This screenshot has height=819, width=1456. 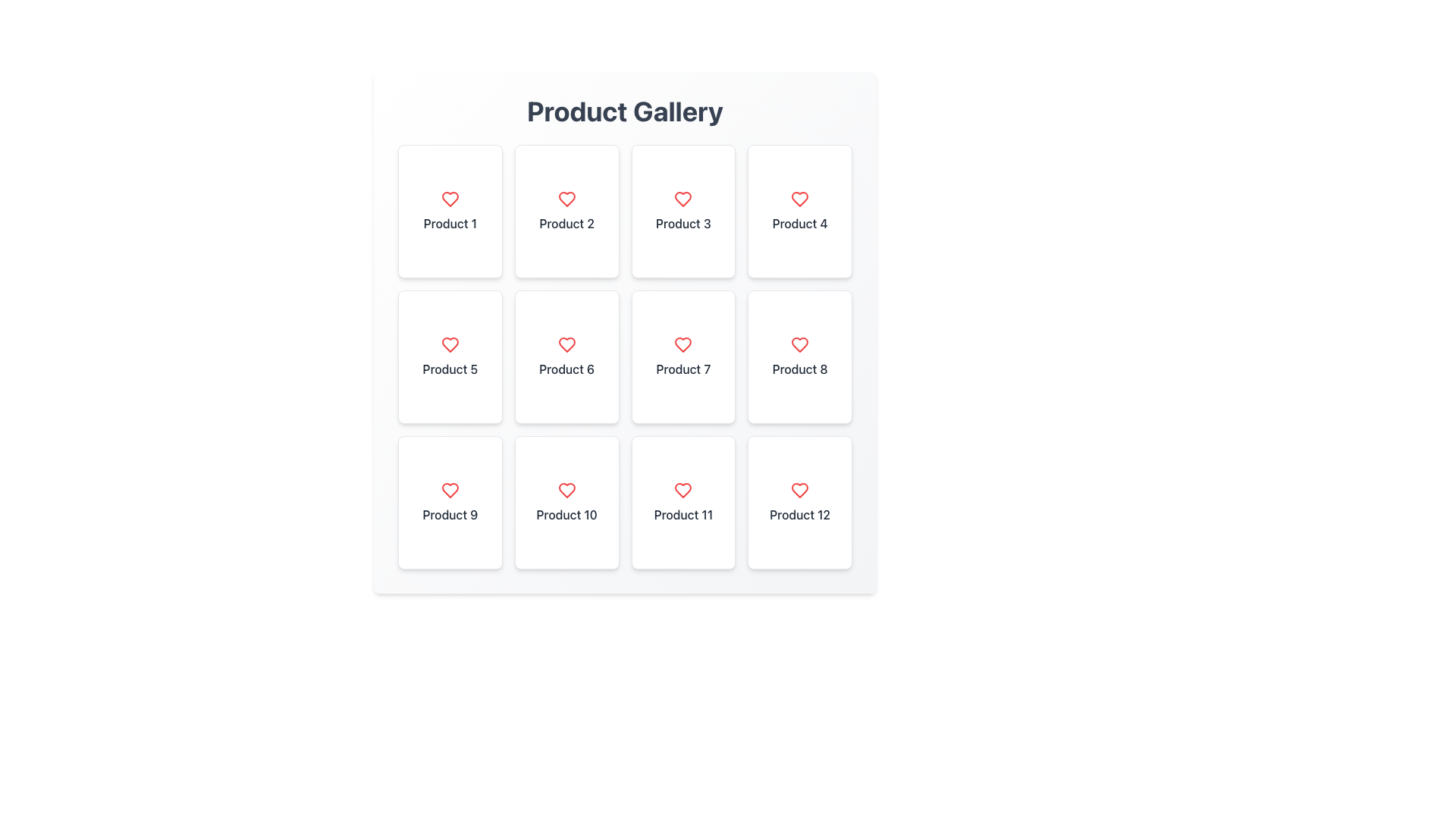 What do you see at coordinates (799, 356) in the screenshot?
I see `the product representation card located in the third row, fourth column of the grid layout, beneath 'Product 7' and above 'Product 12'` at bounding box center [799, 356].